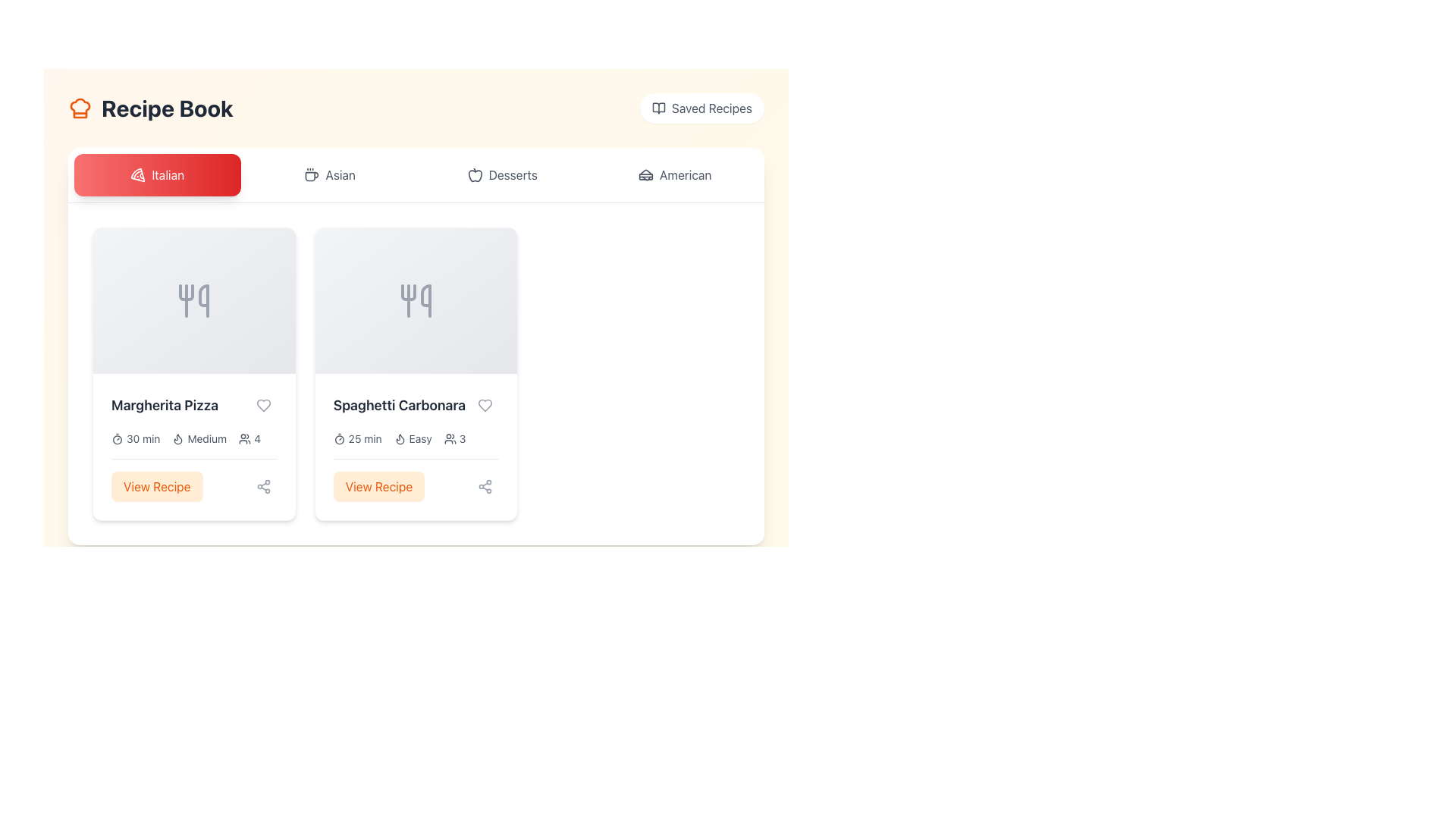 The height and width of the screenshot is (819, 1456). I want to click on the SVG timer icon located in the second recipe card, positioned to the left of the text '25 min', so click(338, 438).